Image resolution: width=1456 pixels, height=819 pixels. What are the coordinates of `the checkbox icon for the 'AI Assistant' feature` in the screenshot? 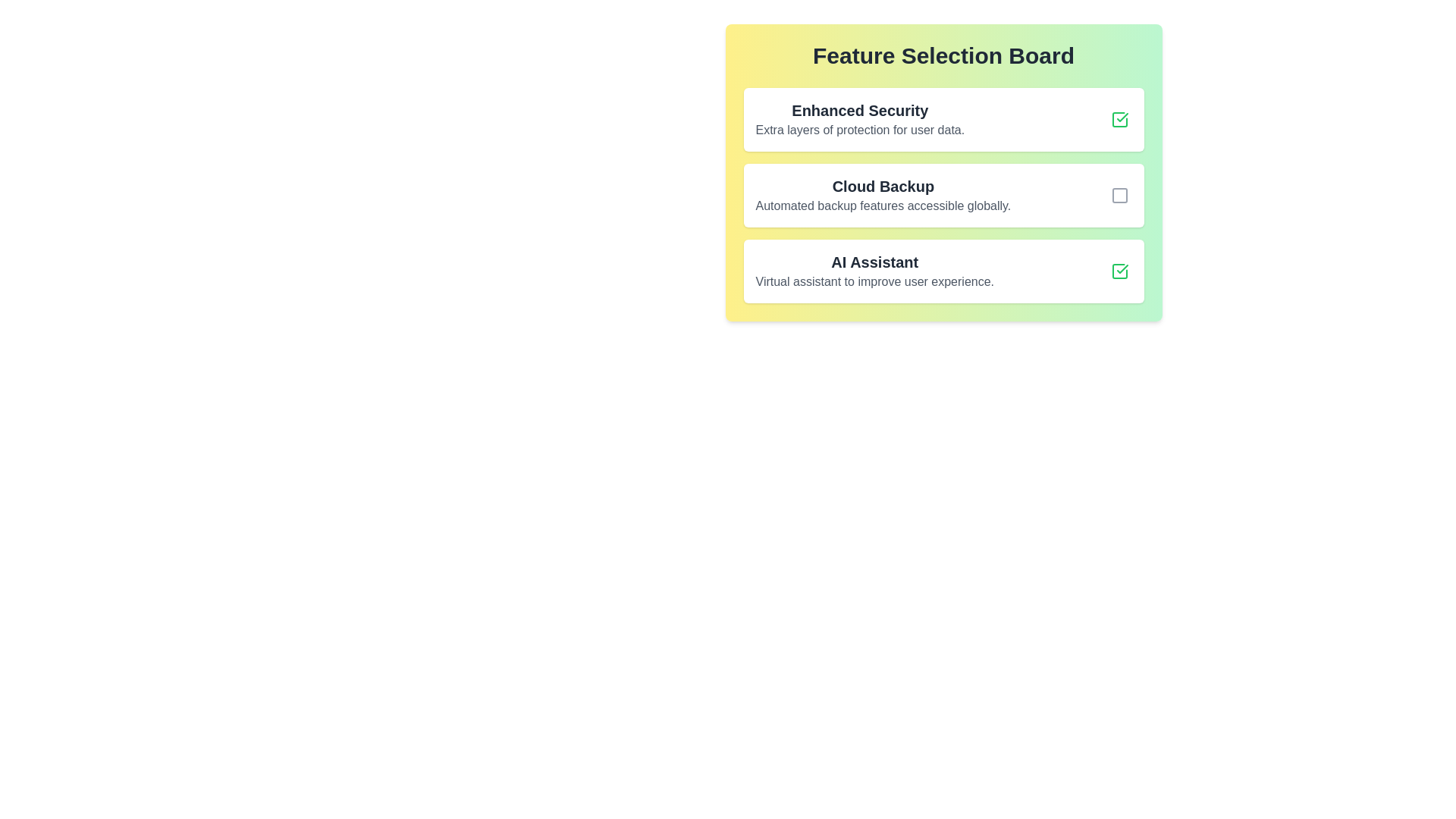 It's located at (1119, 271).